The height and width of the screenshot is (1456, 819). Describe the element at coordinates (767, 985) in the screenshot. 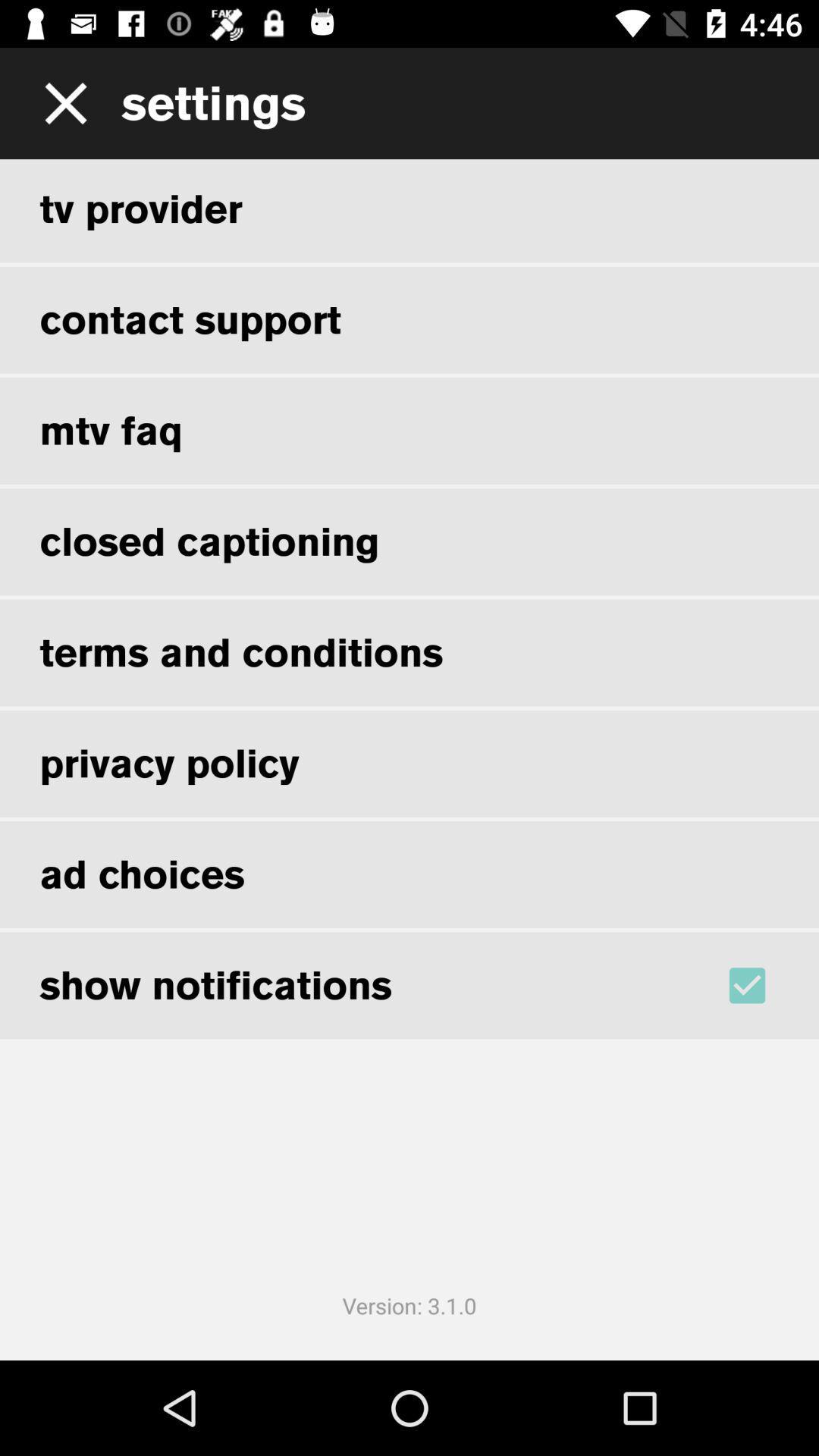

I see `to show notifications` at that location.